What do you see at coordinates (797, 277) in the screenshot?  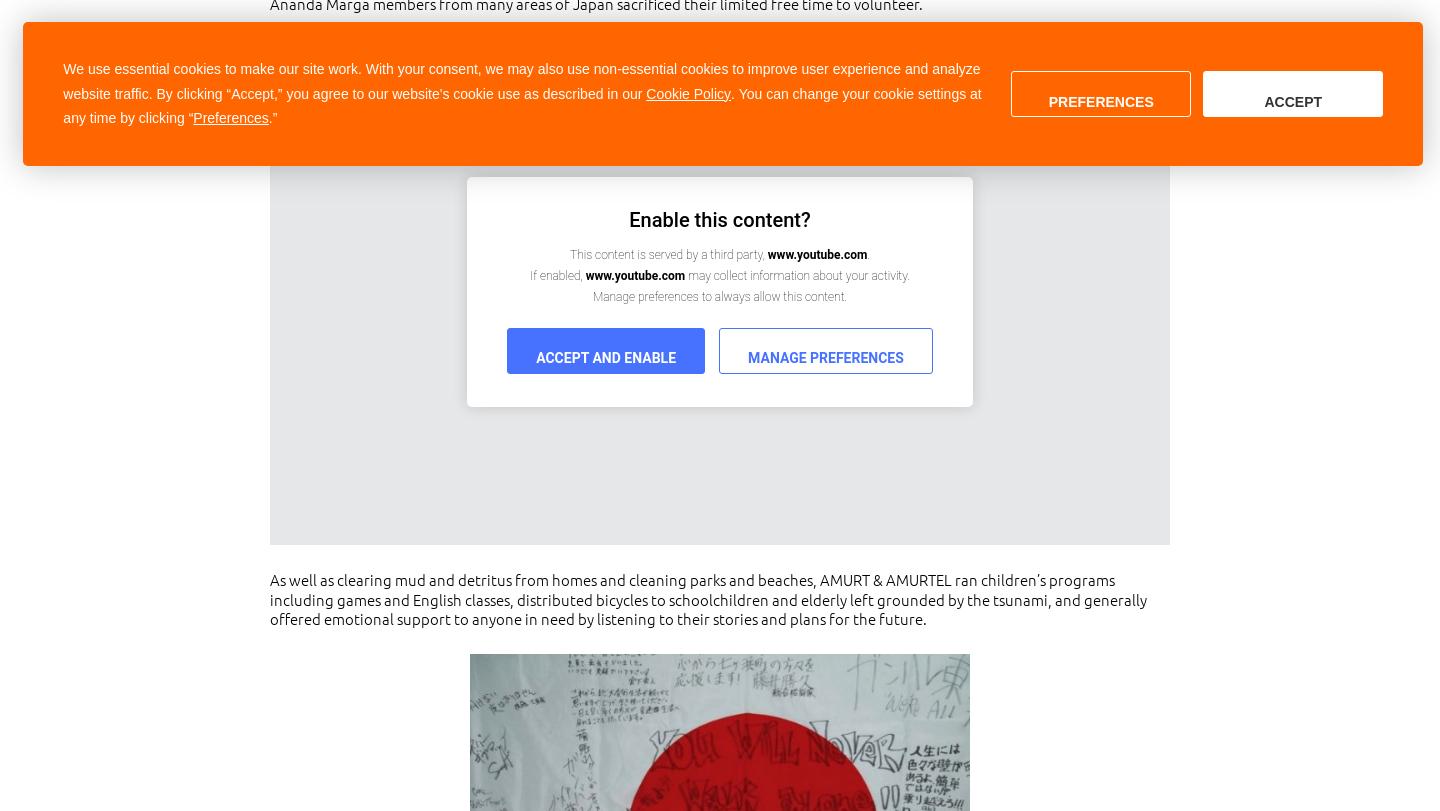 I see `'may collect information about your activity.'` at bounding box center [797, 277].